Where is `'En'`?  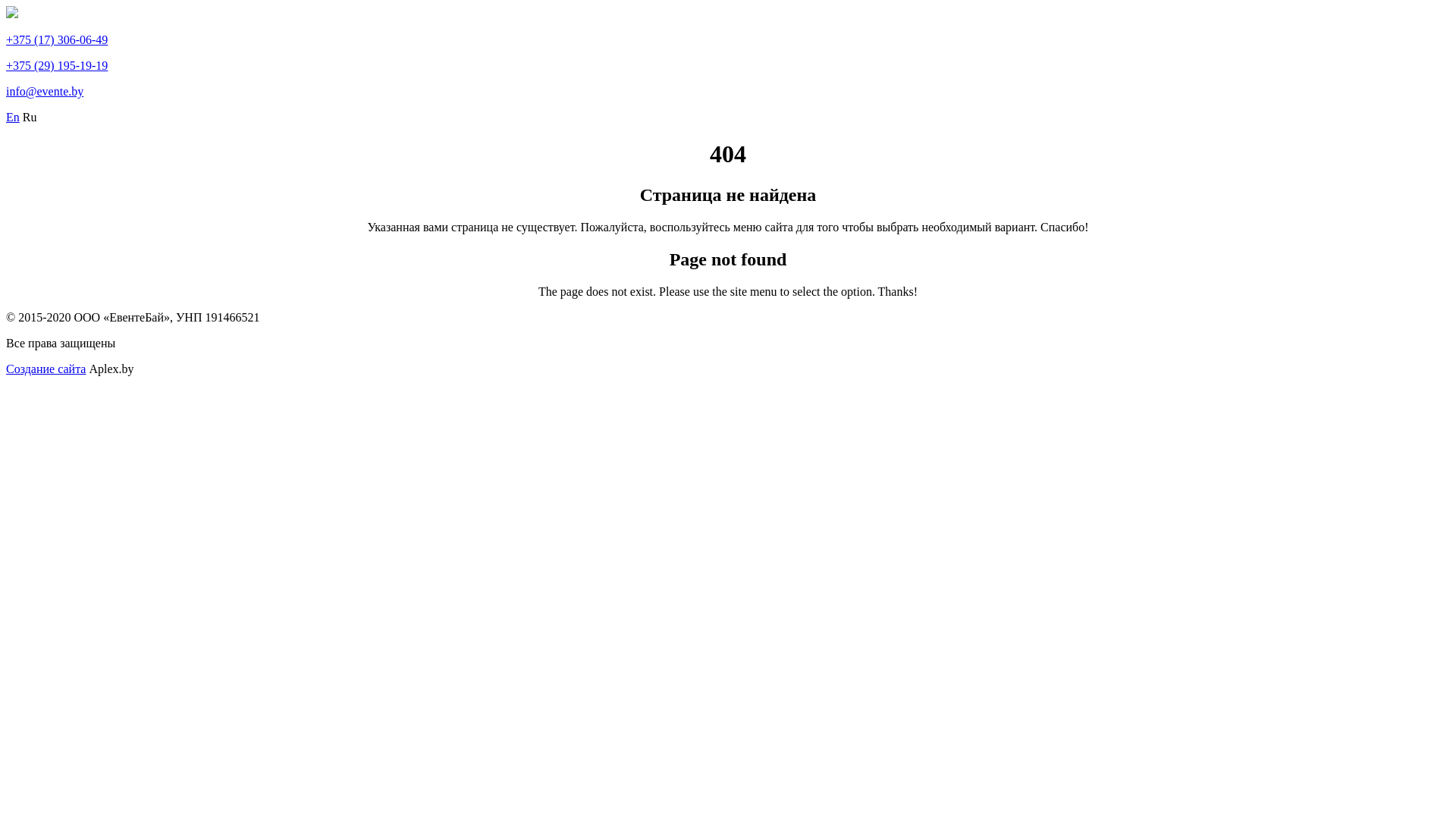 'En' is located at coordinates (13, 116).